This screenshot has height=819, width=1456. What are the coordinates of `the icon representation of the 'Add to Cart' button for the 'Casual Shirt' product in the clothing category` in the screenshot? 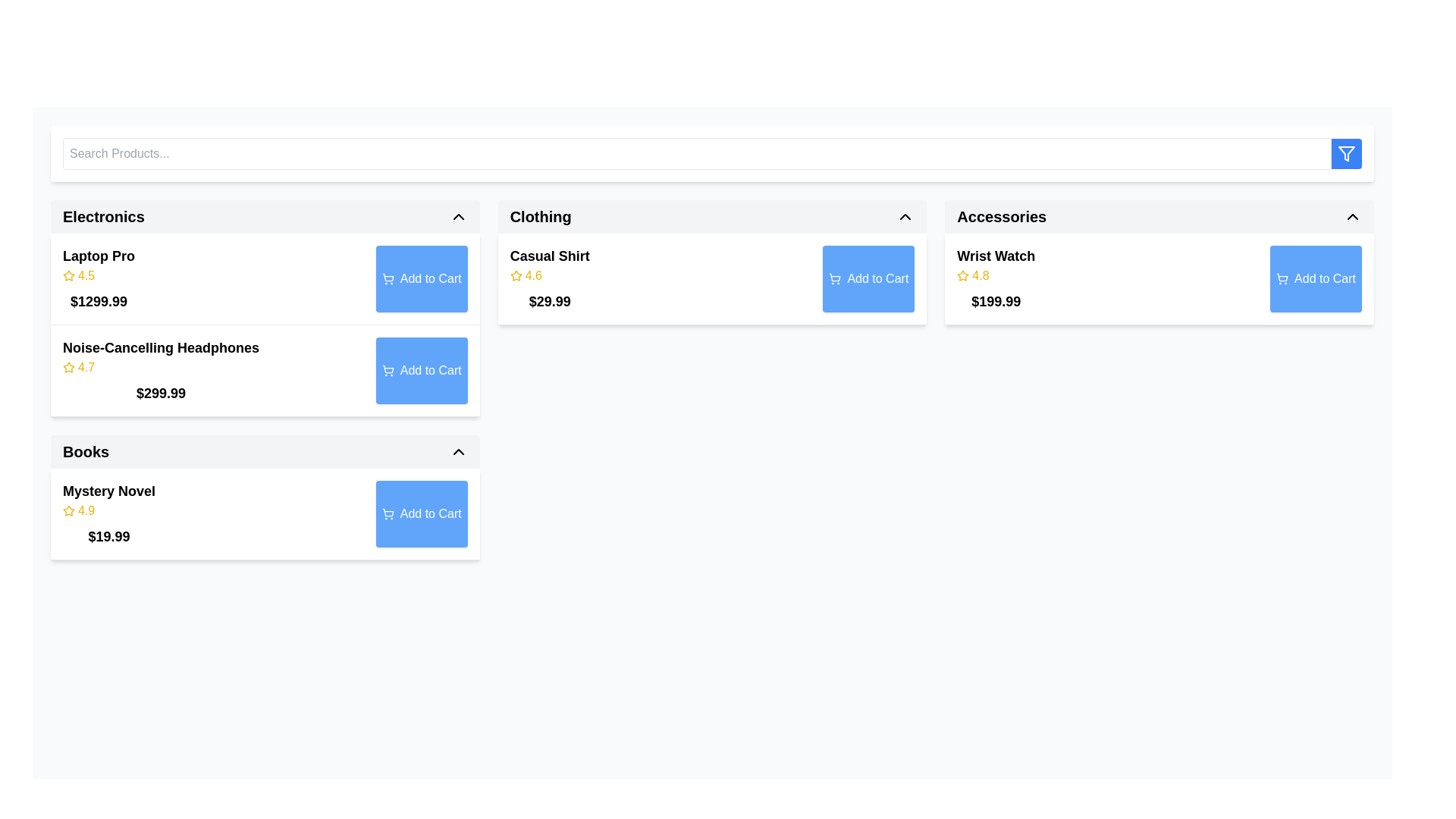 It's located at (834, 278).